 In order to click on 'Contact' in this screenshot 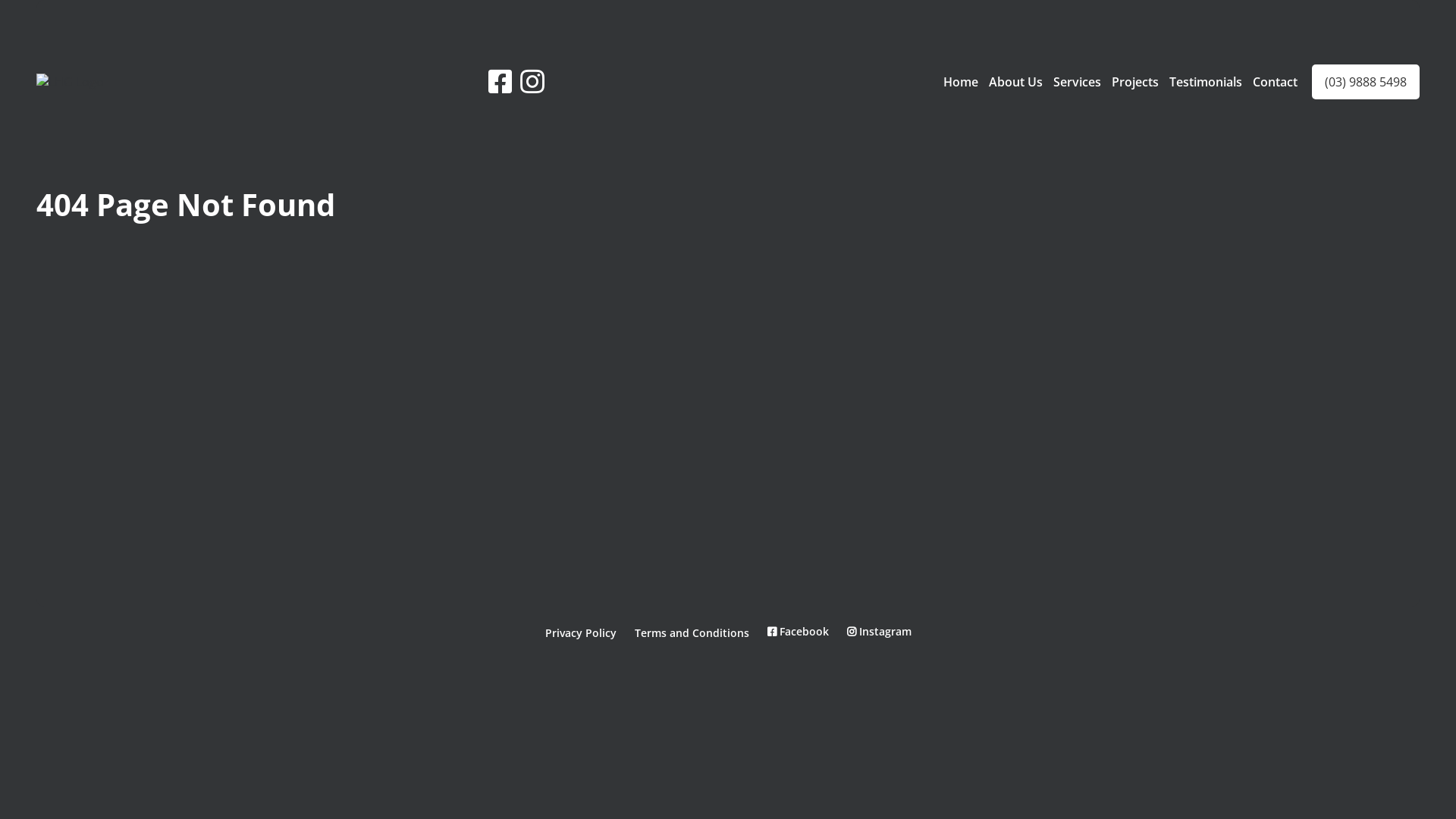, I will do `click(1252, 81)`.